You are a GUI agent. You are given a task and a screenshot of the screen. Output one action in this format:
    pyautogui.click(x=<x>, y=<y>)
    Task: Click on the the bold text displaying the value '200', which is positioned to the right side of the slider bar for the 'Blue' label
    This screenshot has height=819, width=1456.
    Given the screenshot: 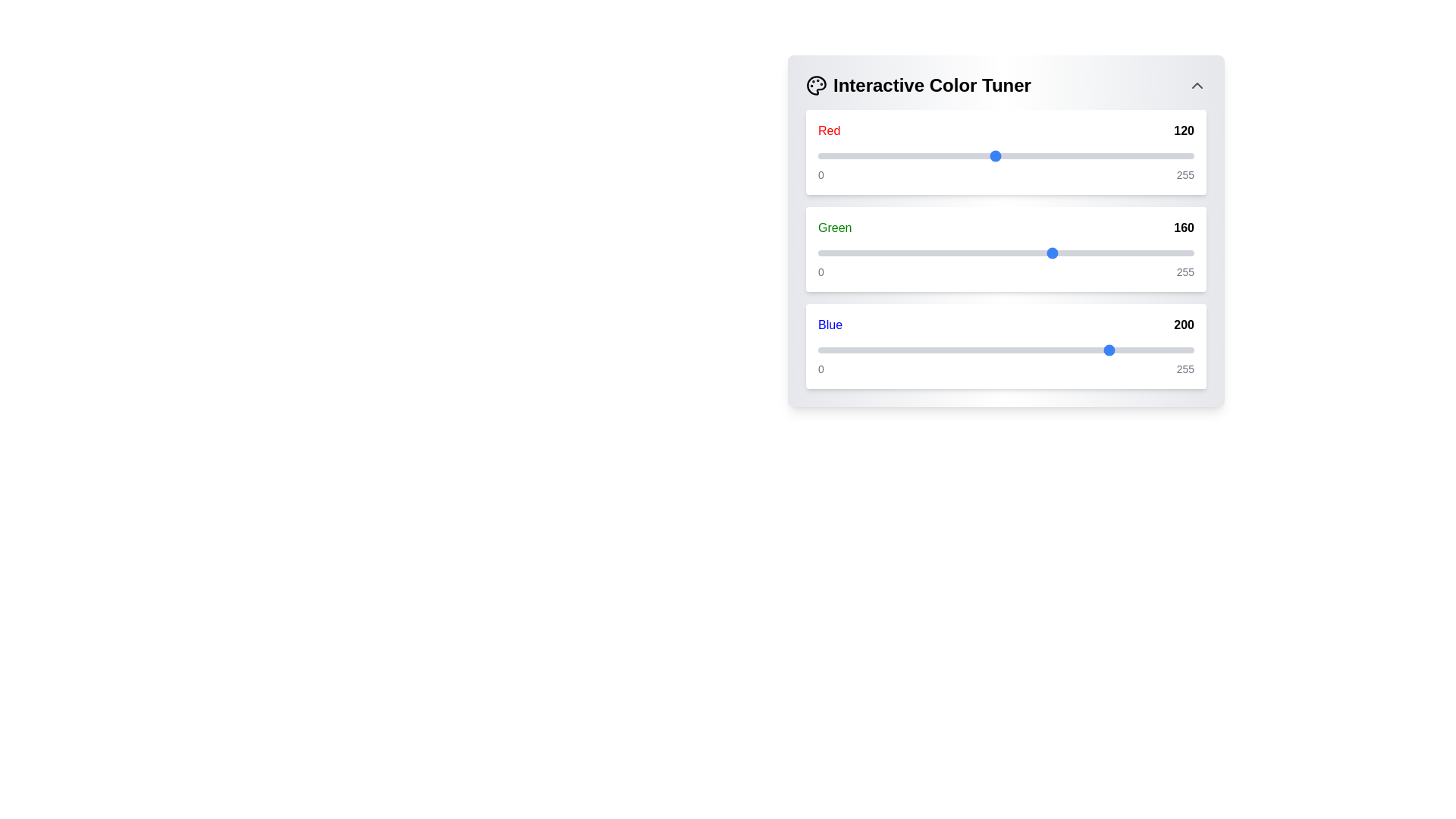 What is the action you would take?
    pyautogui.click(x=1183, y=324)
    